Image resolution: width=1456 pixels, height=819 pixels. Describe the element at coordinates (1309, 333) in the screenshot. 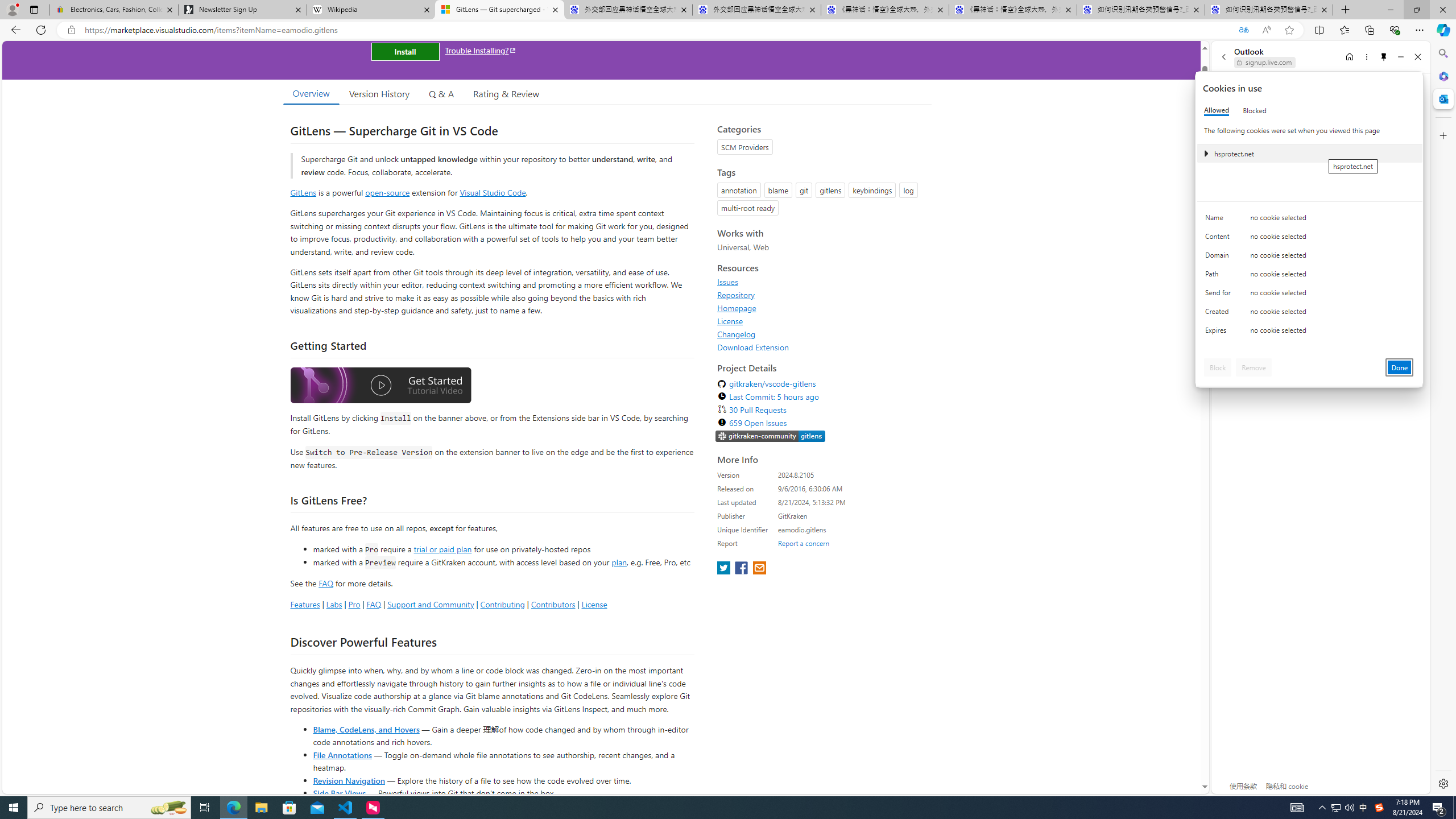

I see `'Class: c0153 c0157'` at that location.